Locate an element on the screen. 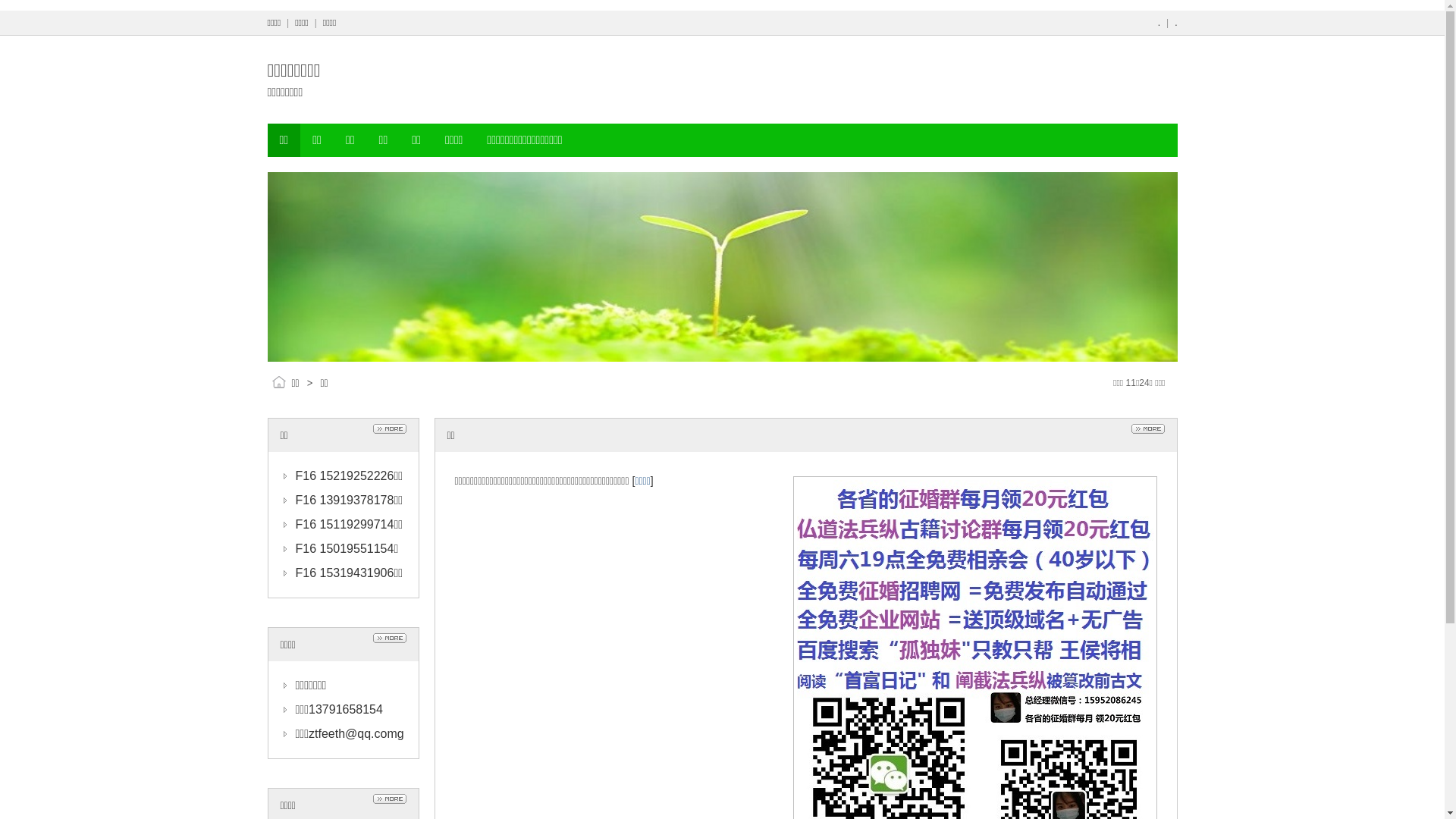 The image size is (1456, 819). '.' is located at coordinates (1175, 23).